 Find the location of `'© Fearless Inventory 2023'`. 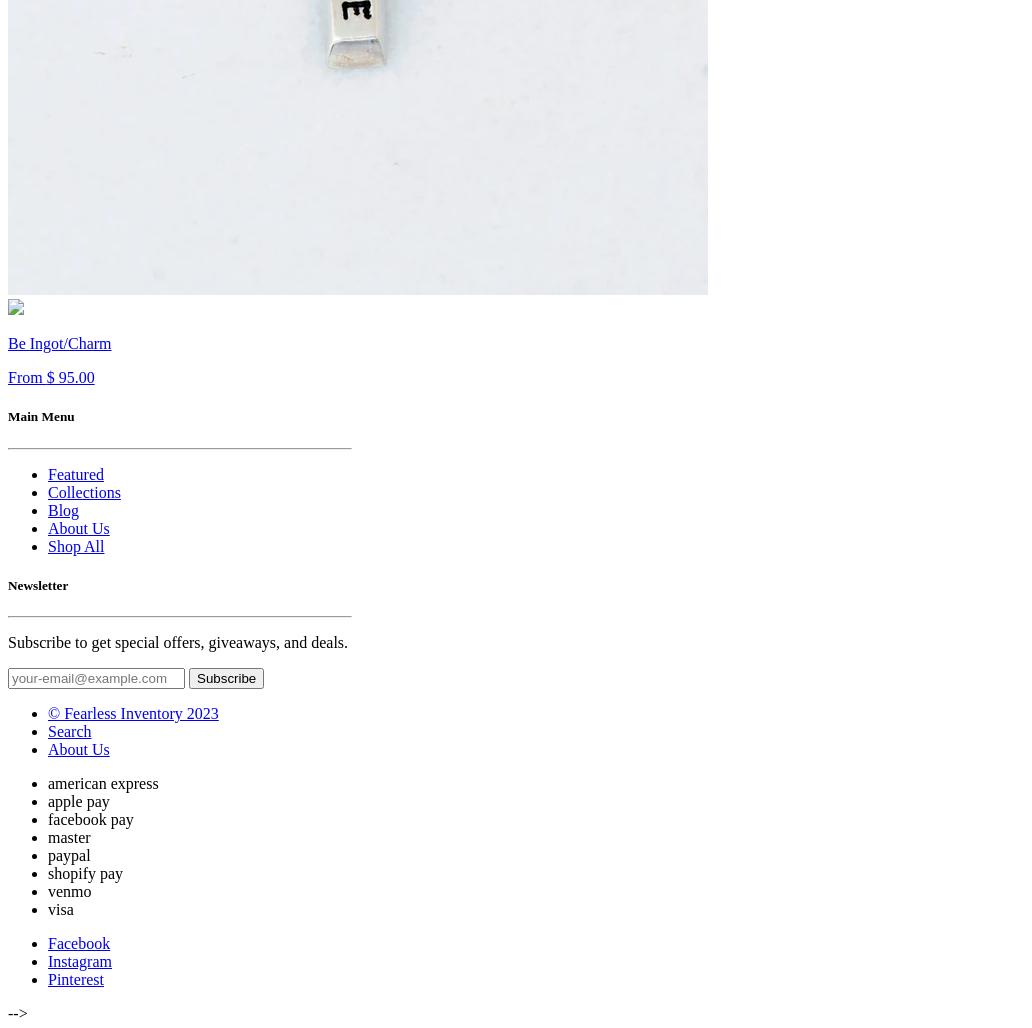

'© Fearless Inventory 2023' is located at coordinates (132, 711).